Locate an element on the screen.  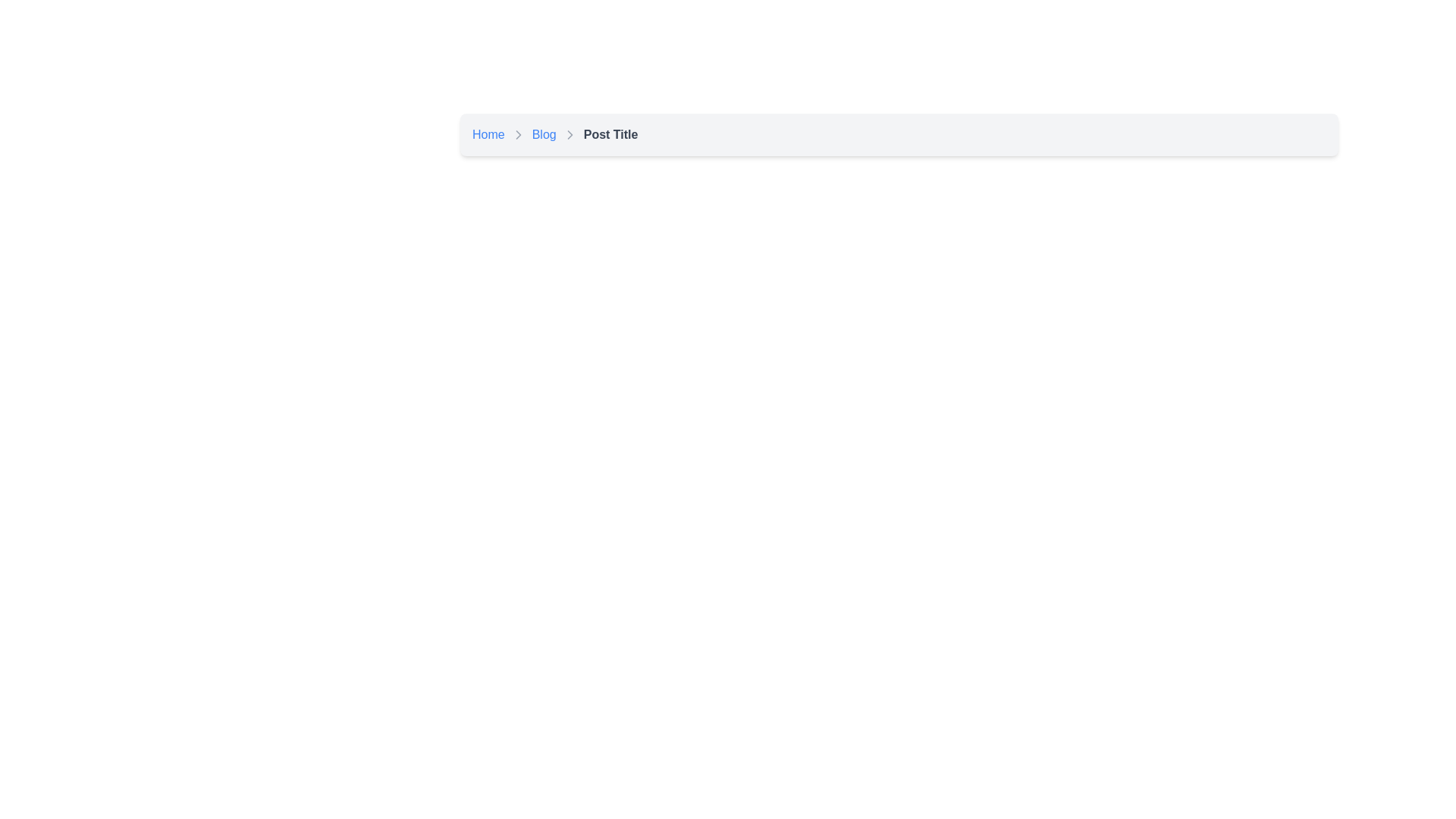
the chevron icon in the breadcrumb navigation bar that separates the 'Home' and 'Blog' text elements is located at coordinates (518, 133).